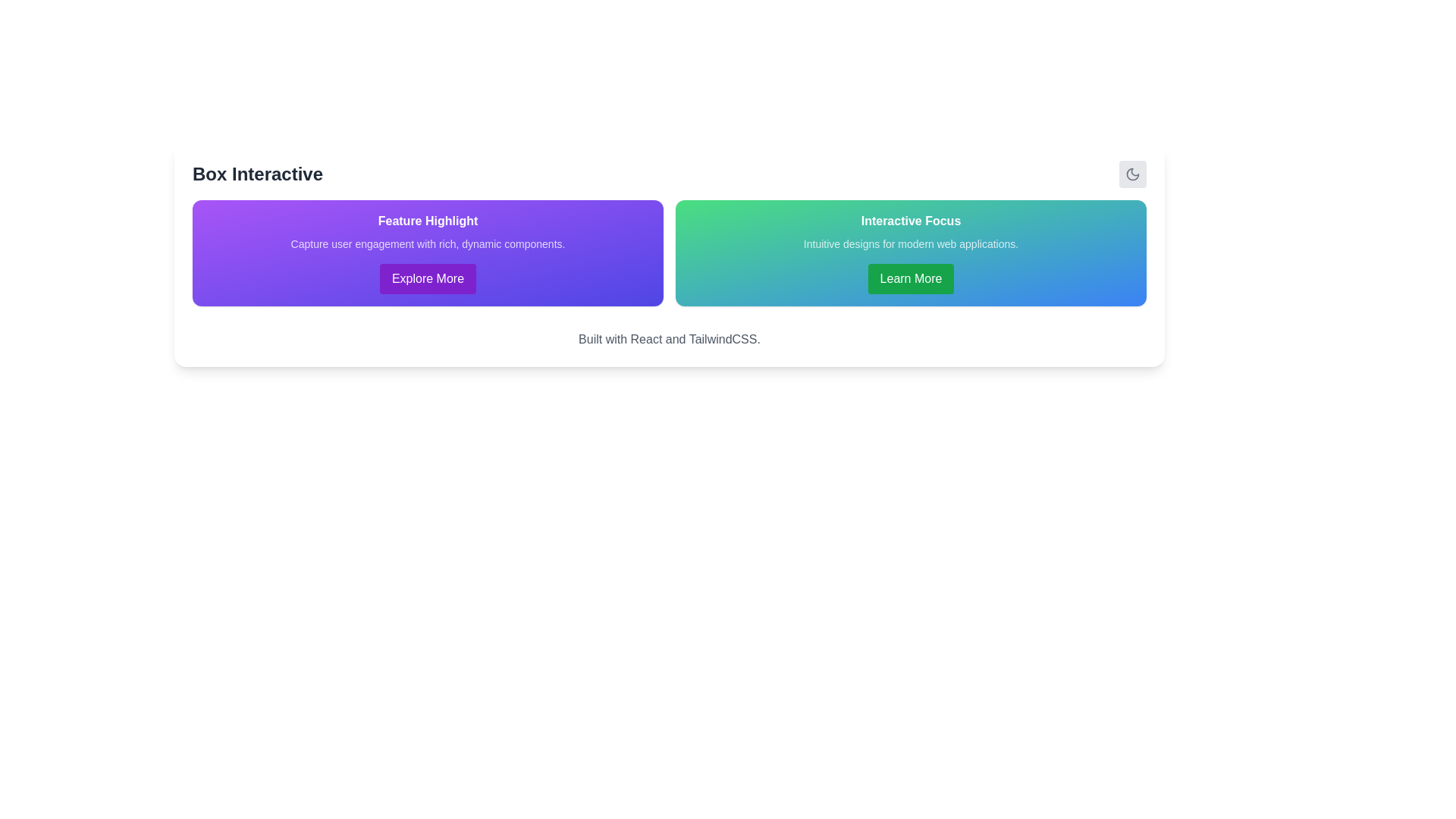  I want to click on the crescent moon icon, which is a simplistic and modern graphical element located in the upper-right corner of the interface within a card-like structure, so click(1132, 174).